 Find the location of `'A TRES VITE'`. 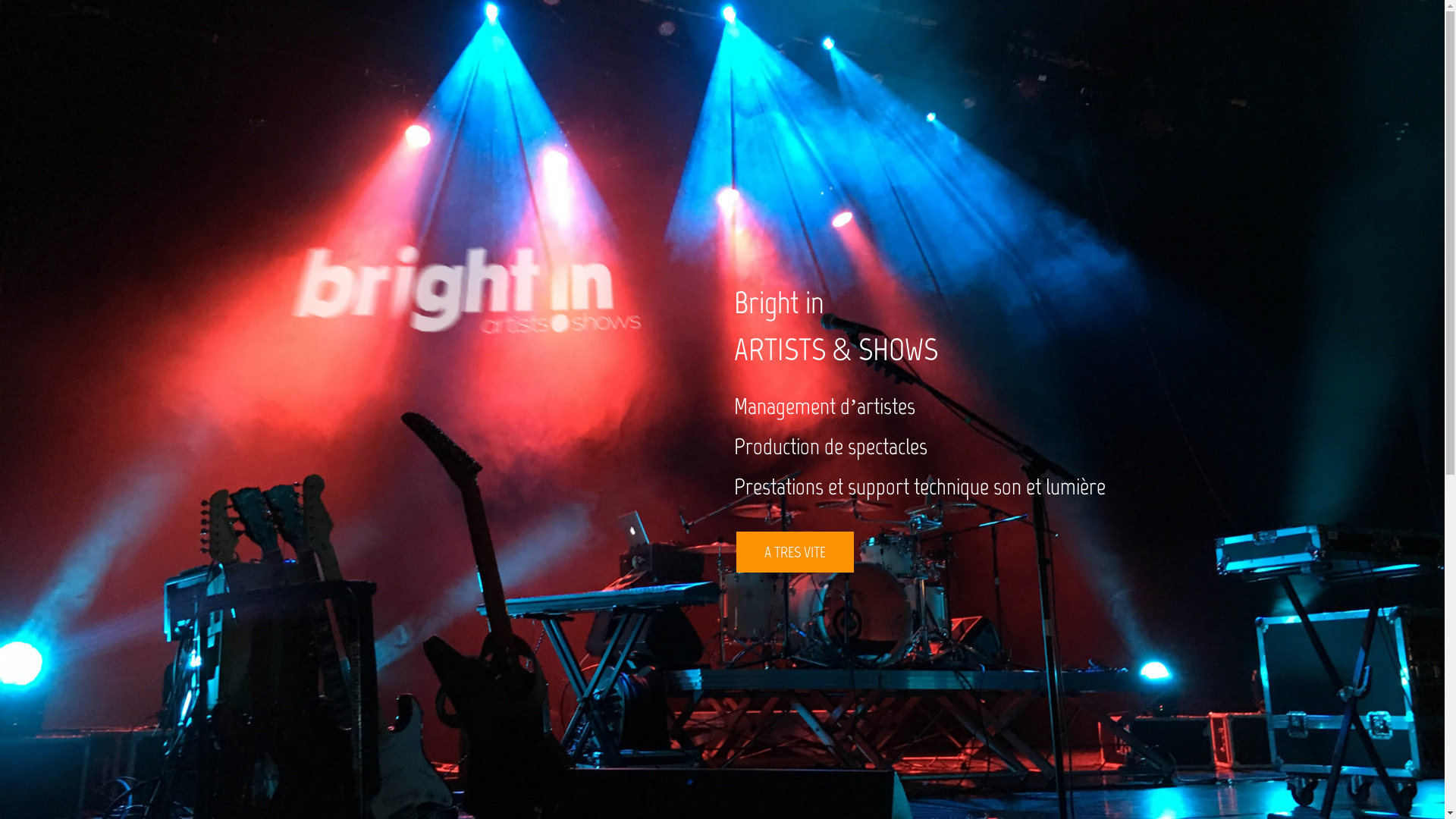

'A TRES VITE' is located at coordinates (793, 552).